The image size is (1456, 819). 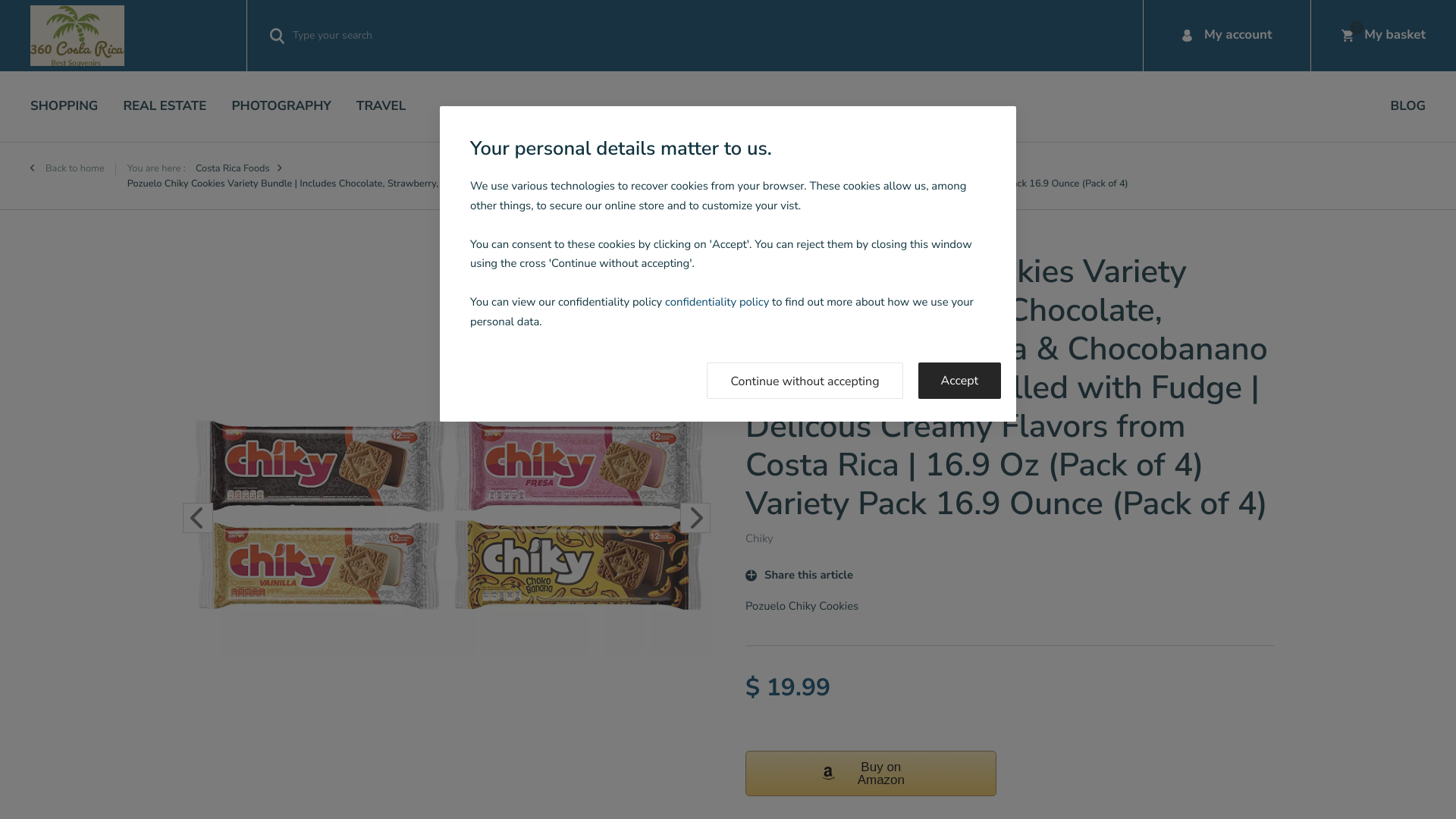 I want to click on 'BLOG', so click(x=1407, y=105).